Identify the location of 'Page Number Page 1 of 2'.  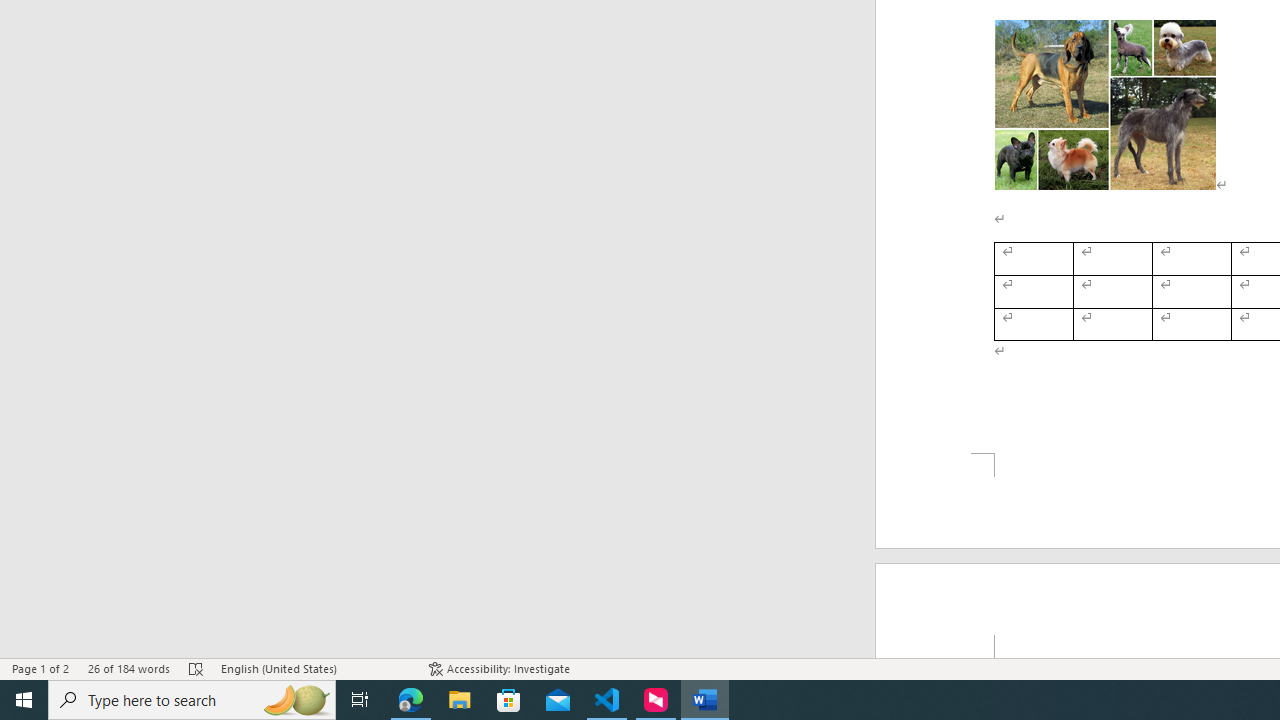
(40, 669).